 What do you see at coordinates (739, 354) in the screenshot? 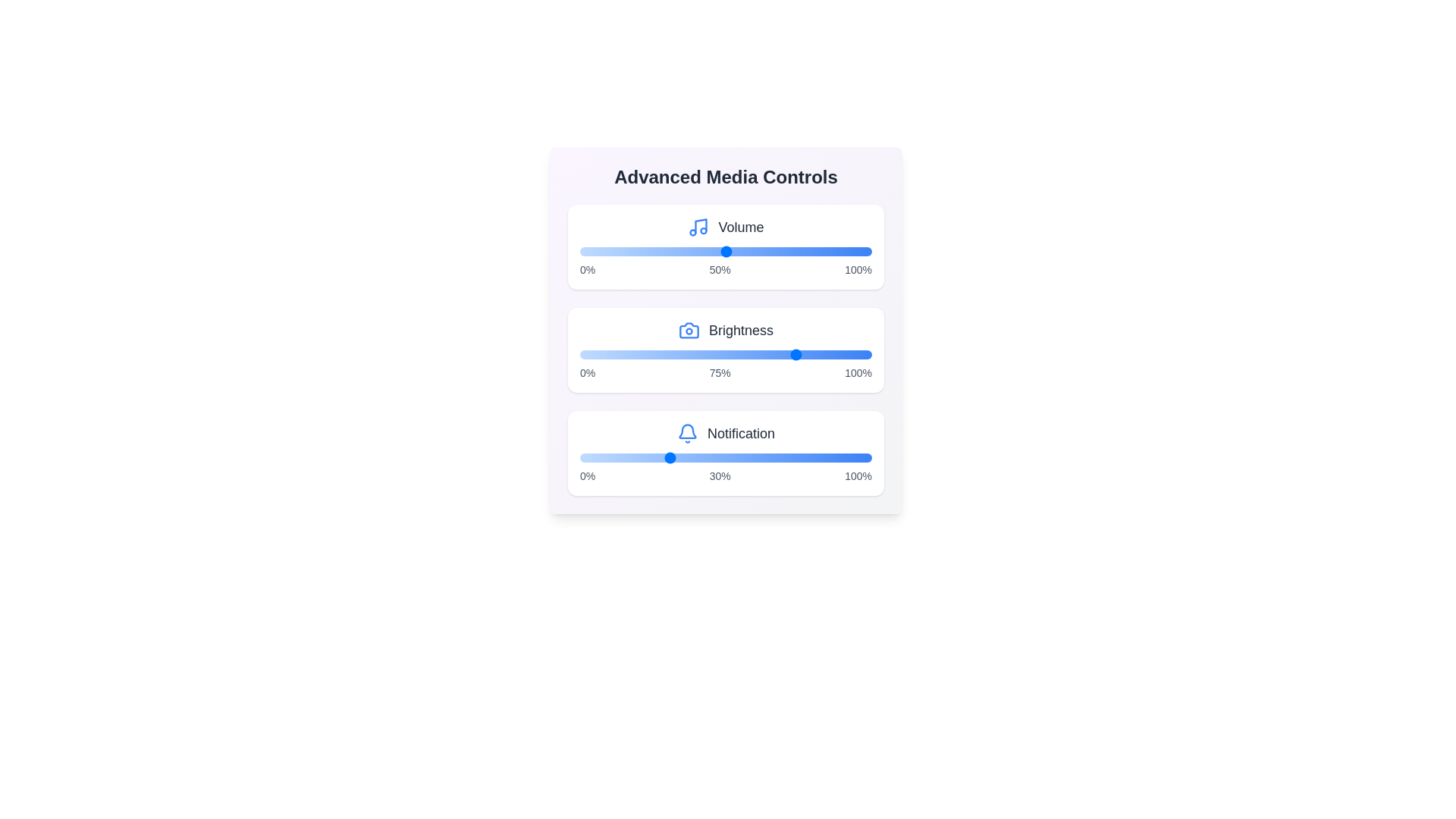
I see `the 1 slider to 9%` at bounding box center [739, 354].